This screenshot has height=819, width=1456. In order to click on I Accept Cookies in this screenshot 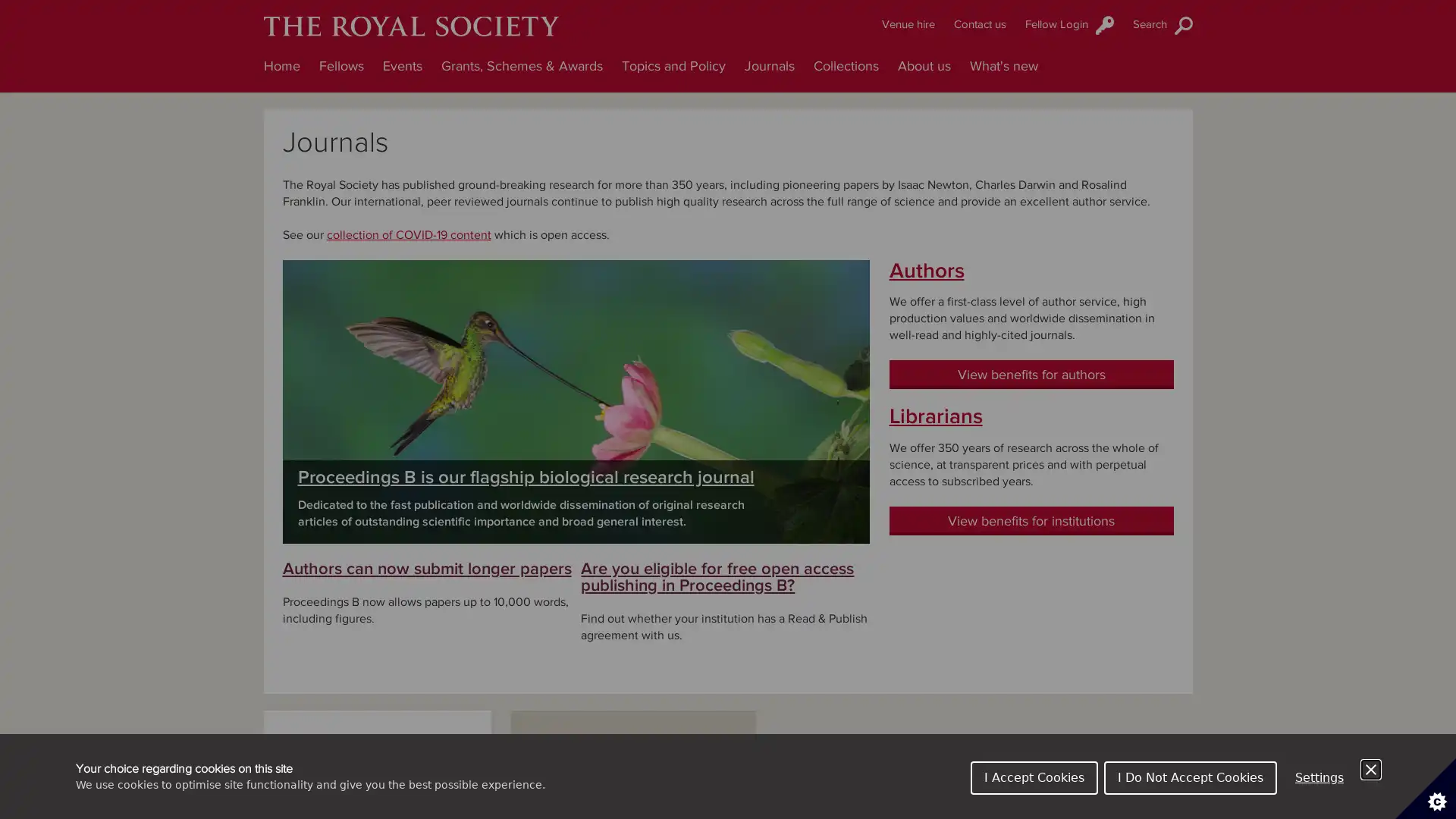, I will do `click(1033, 778)`.